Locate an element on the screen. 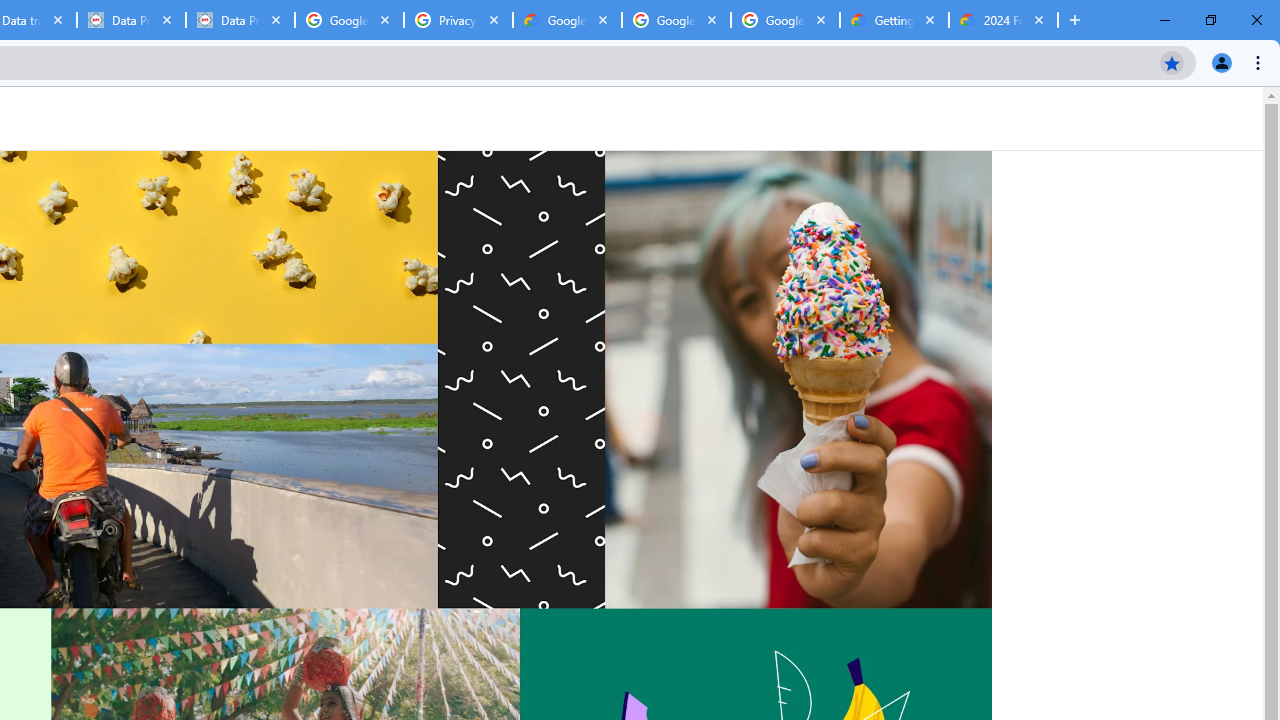  'Google Cloud Terms Directory | Google Cloud' is located at coordinates (566, 20).